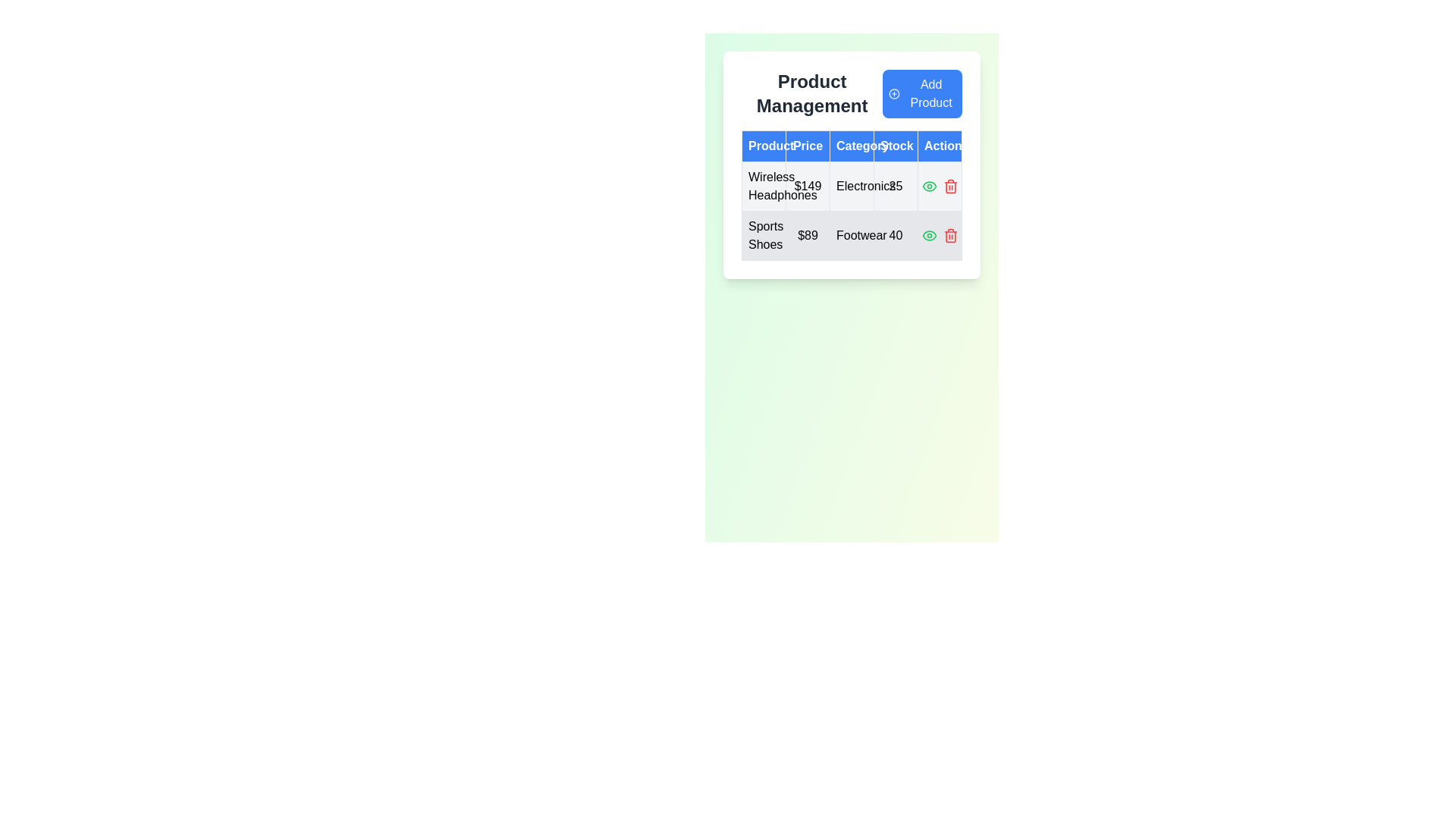  I want to click on the text component displaying the number '25' in the 'Stock' column of the 'Product Management' table for the product 'Wireless Headphones', so click(896, 186).